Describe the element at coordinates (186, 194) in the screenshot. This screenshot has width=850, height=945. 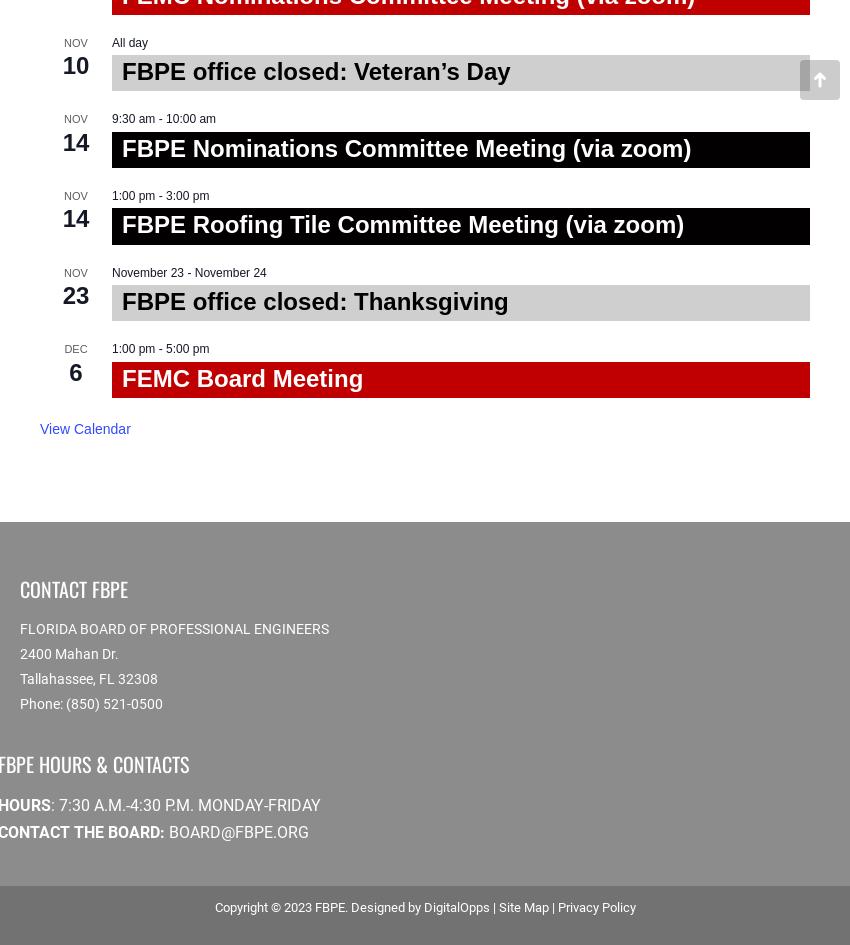
I see `'3:00 pm'` at that location.